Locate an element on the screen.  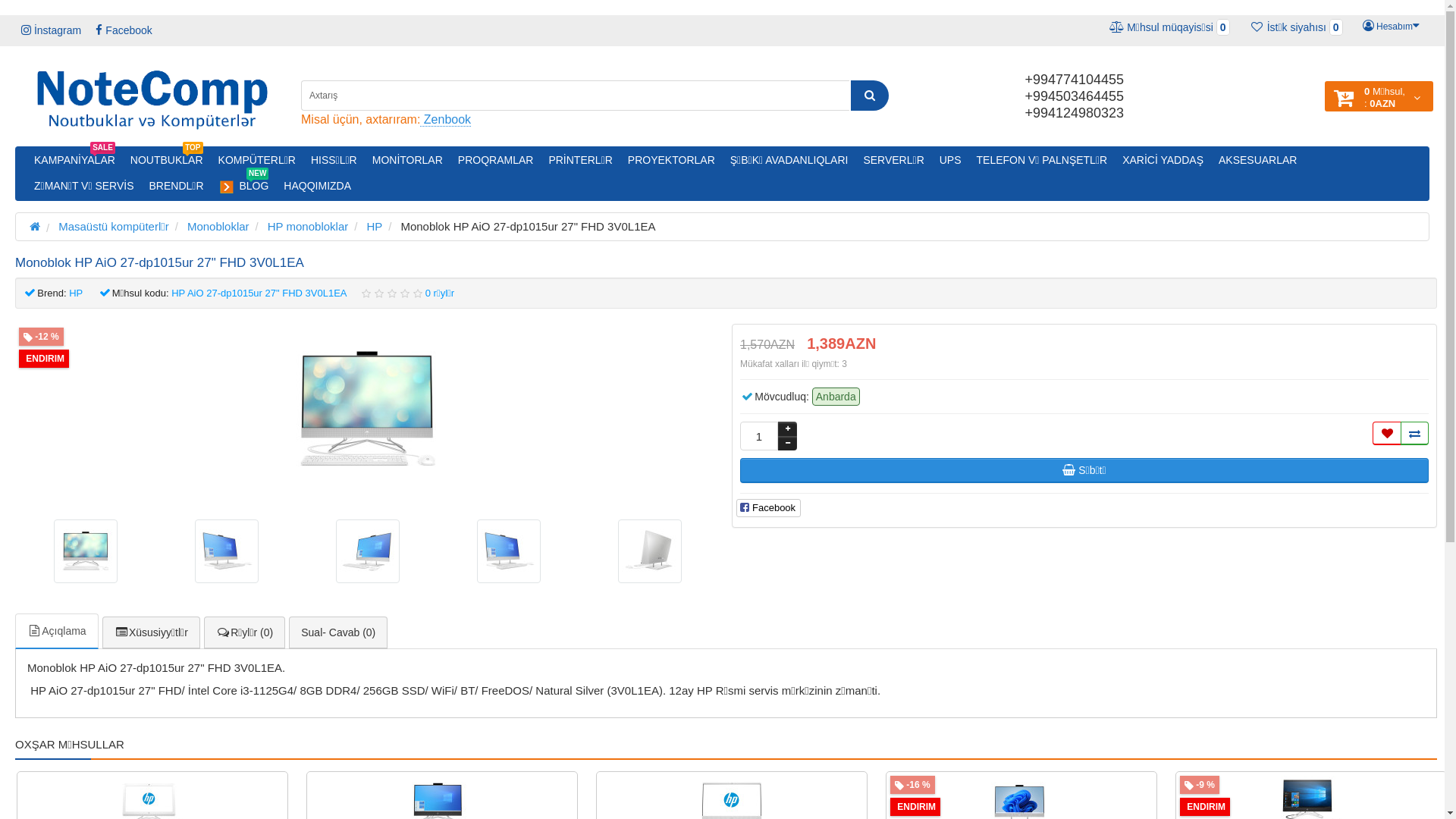
'HAQQIMIZDA' is located at coordinates (316, 185).